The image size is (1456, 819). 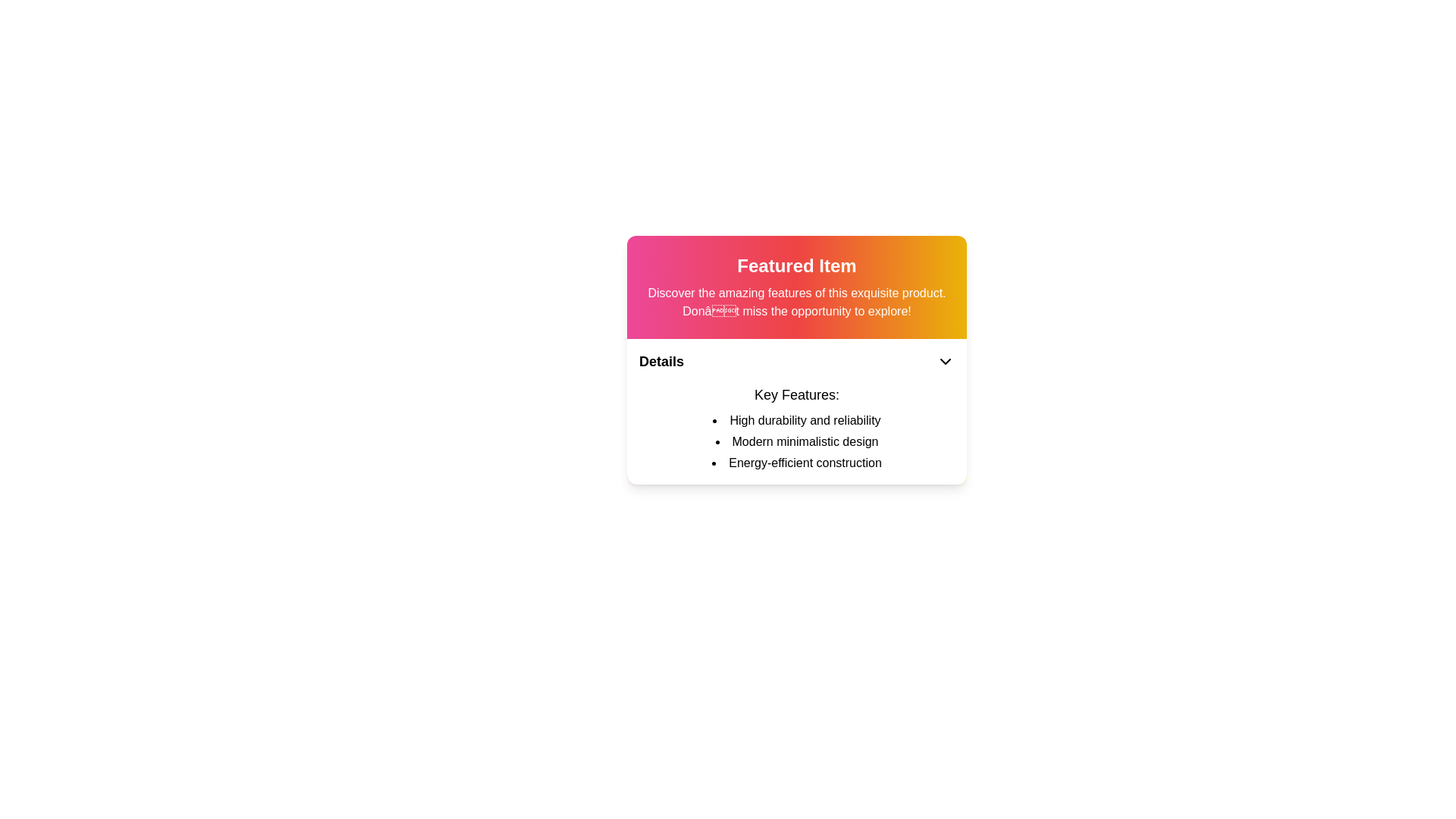 What do you see at coordinates (945, 362) in the screenshot?
I see `the dropdown icon located at the far-right end of the 'Details' section to get visual feedback` at bounding box center [945, 362].